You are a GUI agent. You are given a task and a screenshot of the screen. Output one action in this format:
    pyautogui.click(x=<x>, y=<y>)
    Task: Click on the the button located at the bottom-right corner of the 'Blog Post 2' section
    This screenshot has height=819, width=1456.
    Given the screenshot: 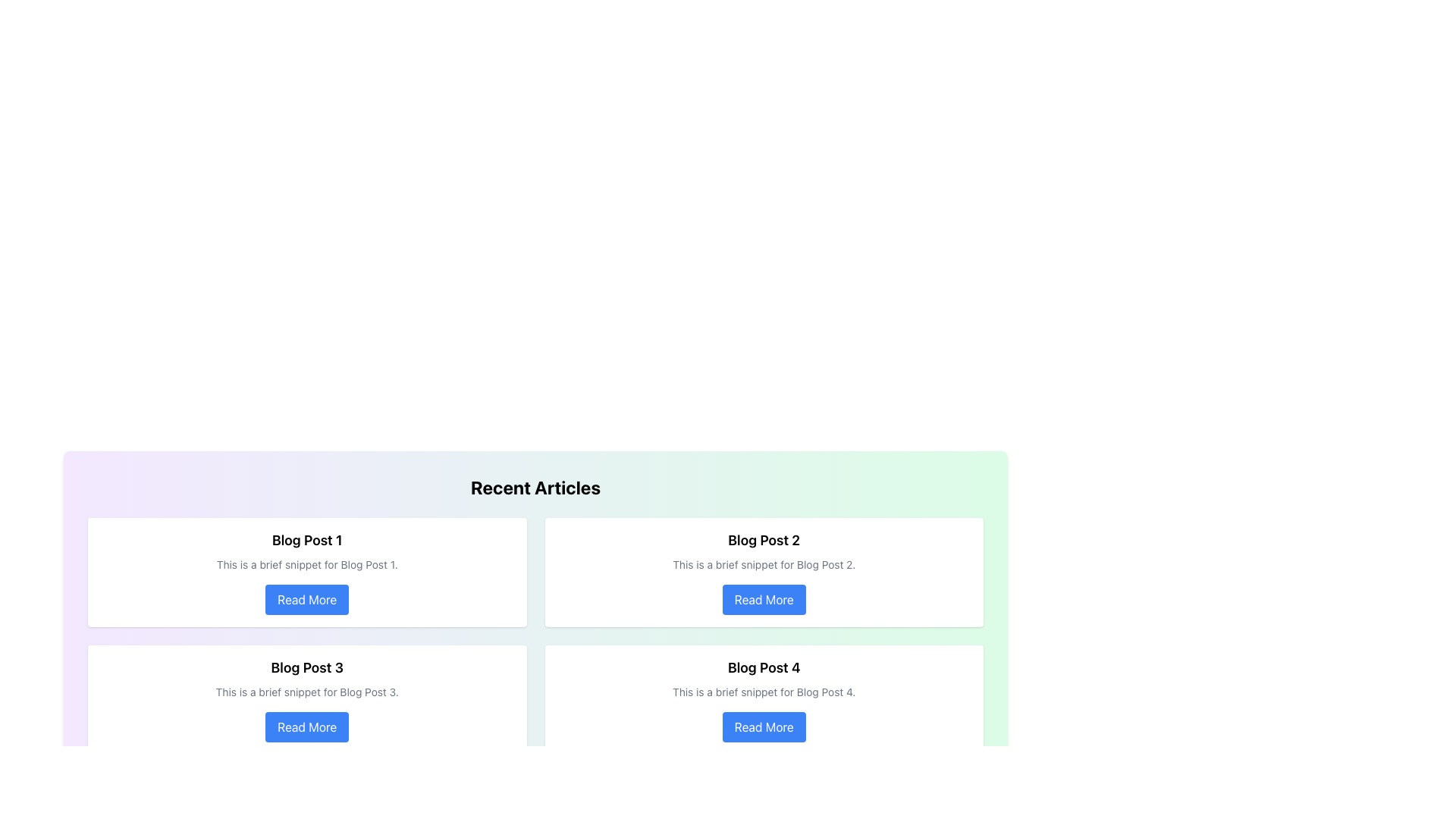 What is the action you would take?
    pyautogui.click(x=764, y=598)
    